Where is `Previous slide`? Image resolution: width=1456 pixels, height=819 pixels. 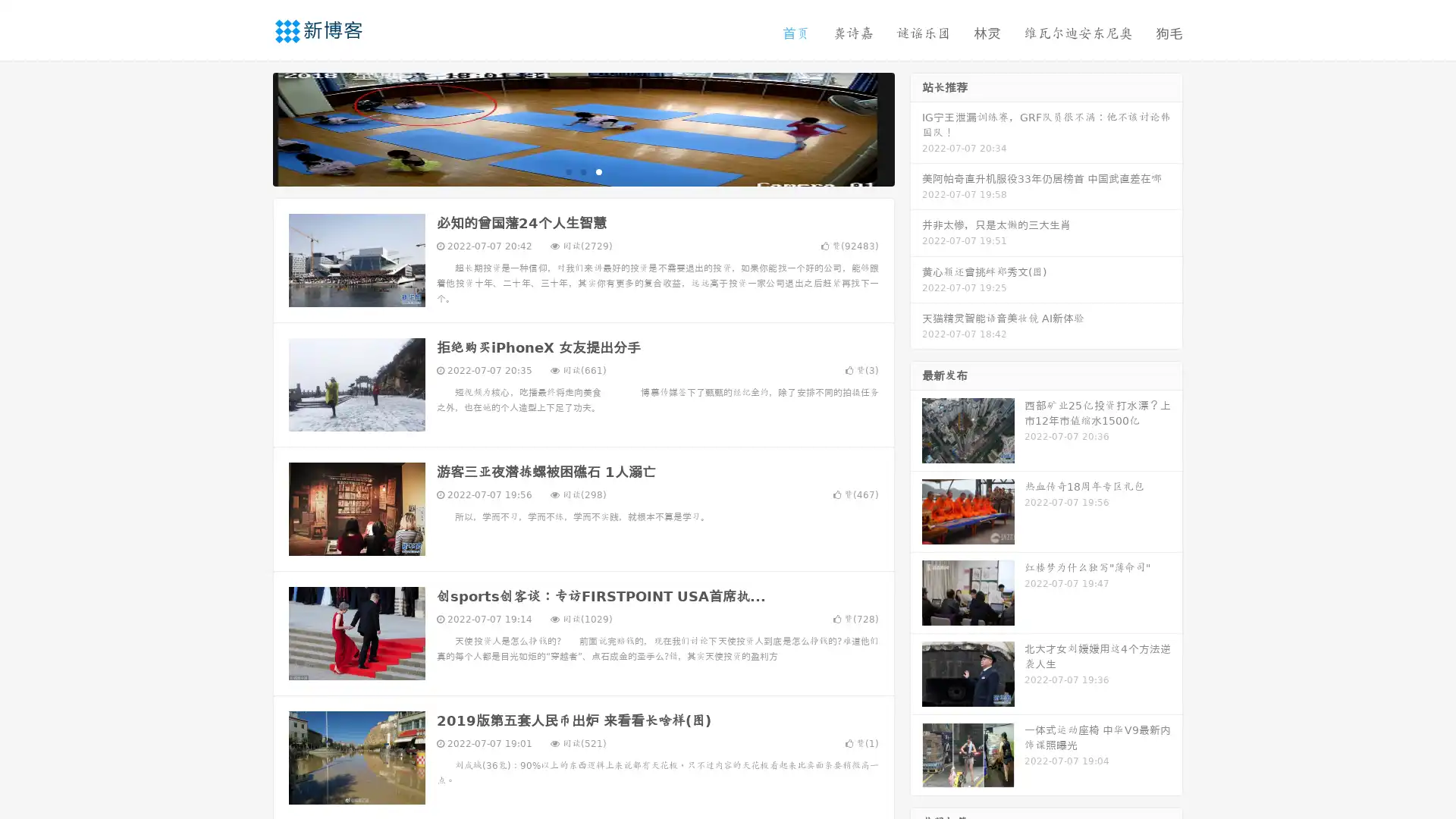
Previous slide is located at coordinates (250, 127).